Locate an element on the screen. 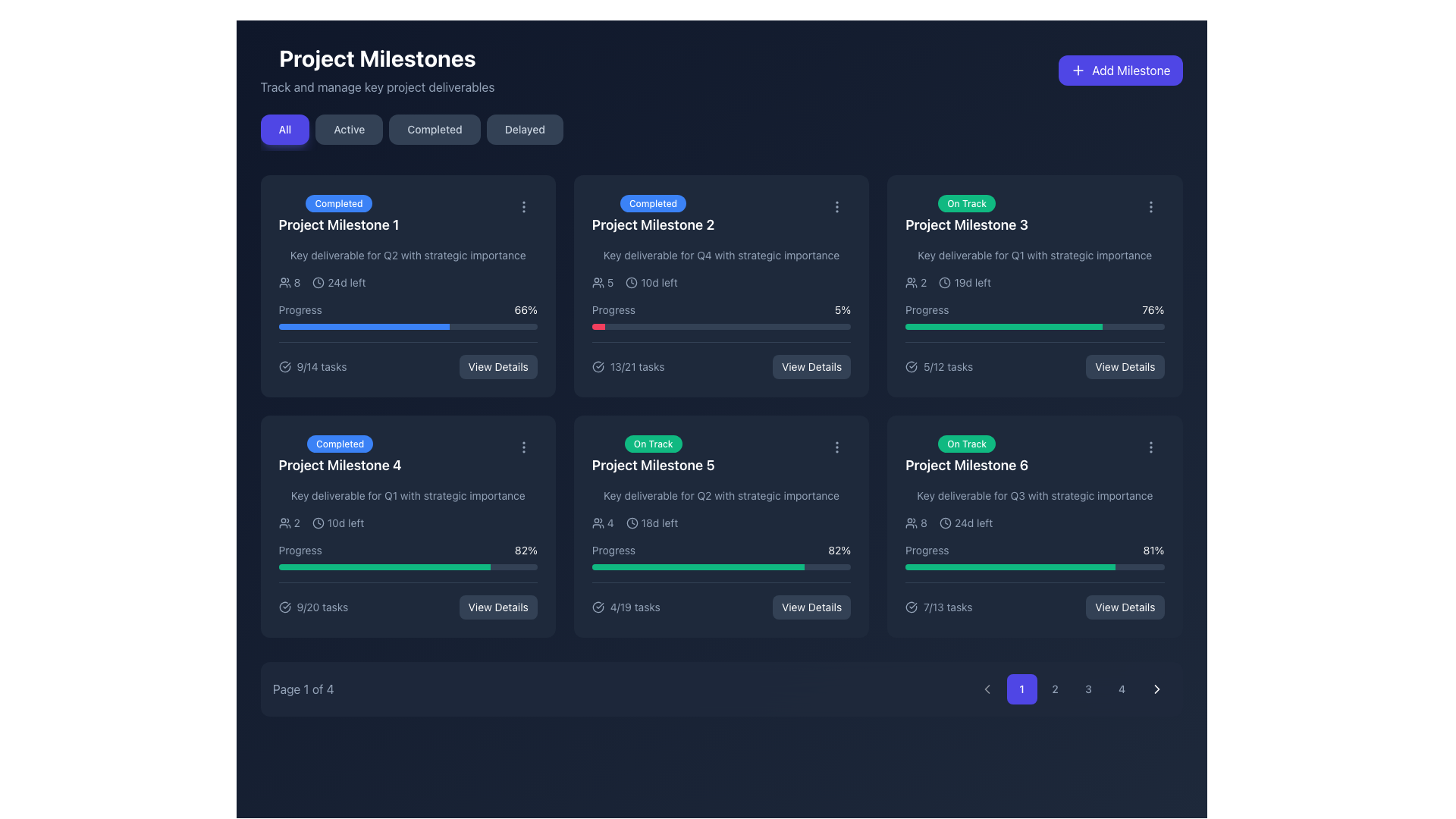 The height and width of the screenshot is (819, 1456). the text label reading 'Track and manage key project deliverables', which is styled in slate-gray color and positioned beneath the title 'Project Milestones' is located at coordinates (377, 87).